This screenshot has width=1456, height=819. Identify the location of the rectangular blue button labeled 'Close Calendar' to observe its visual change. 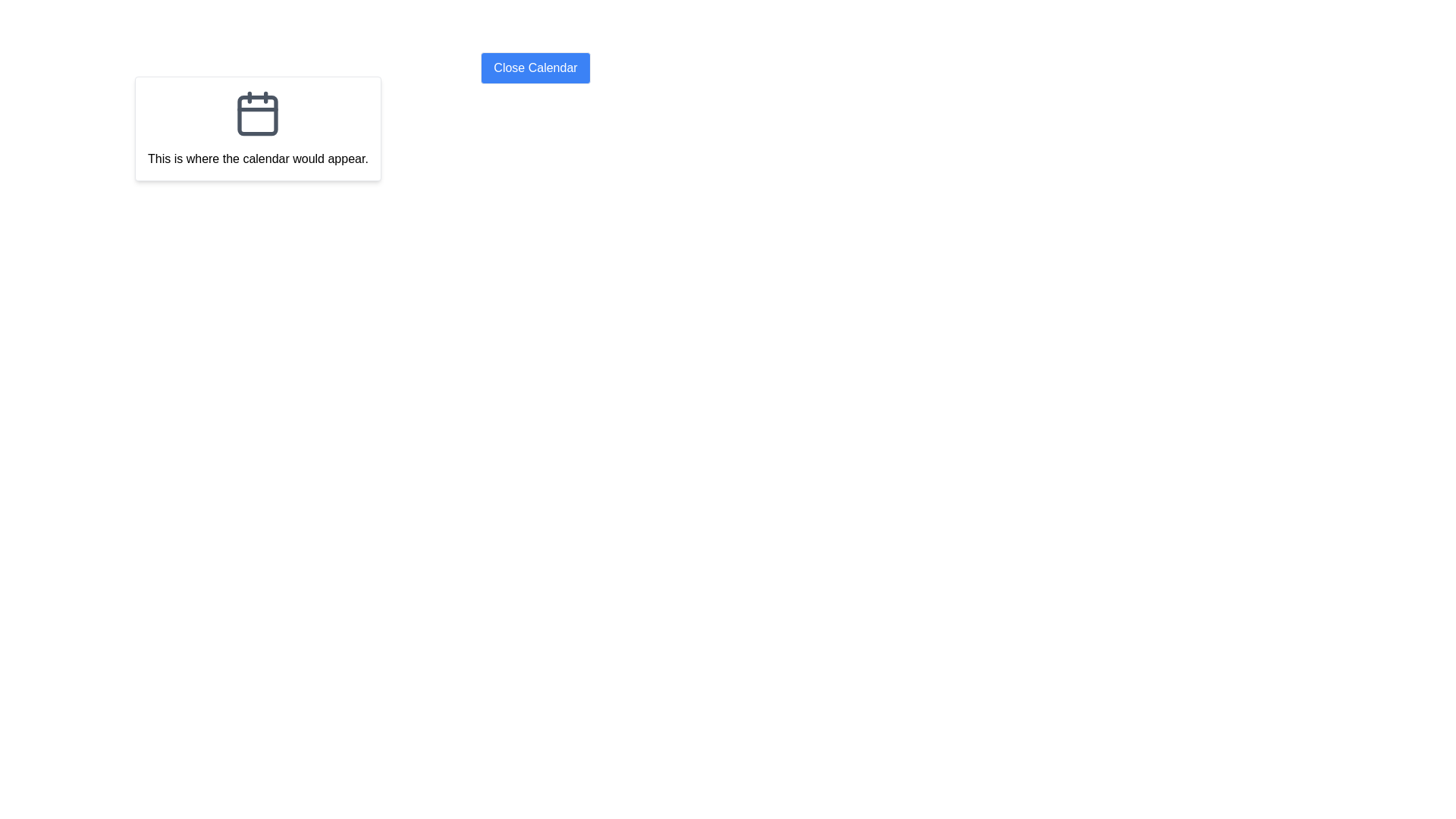
(535, 67).